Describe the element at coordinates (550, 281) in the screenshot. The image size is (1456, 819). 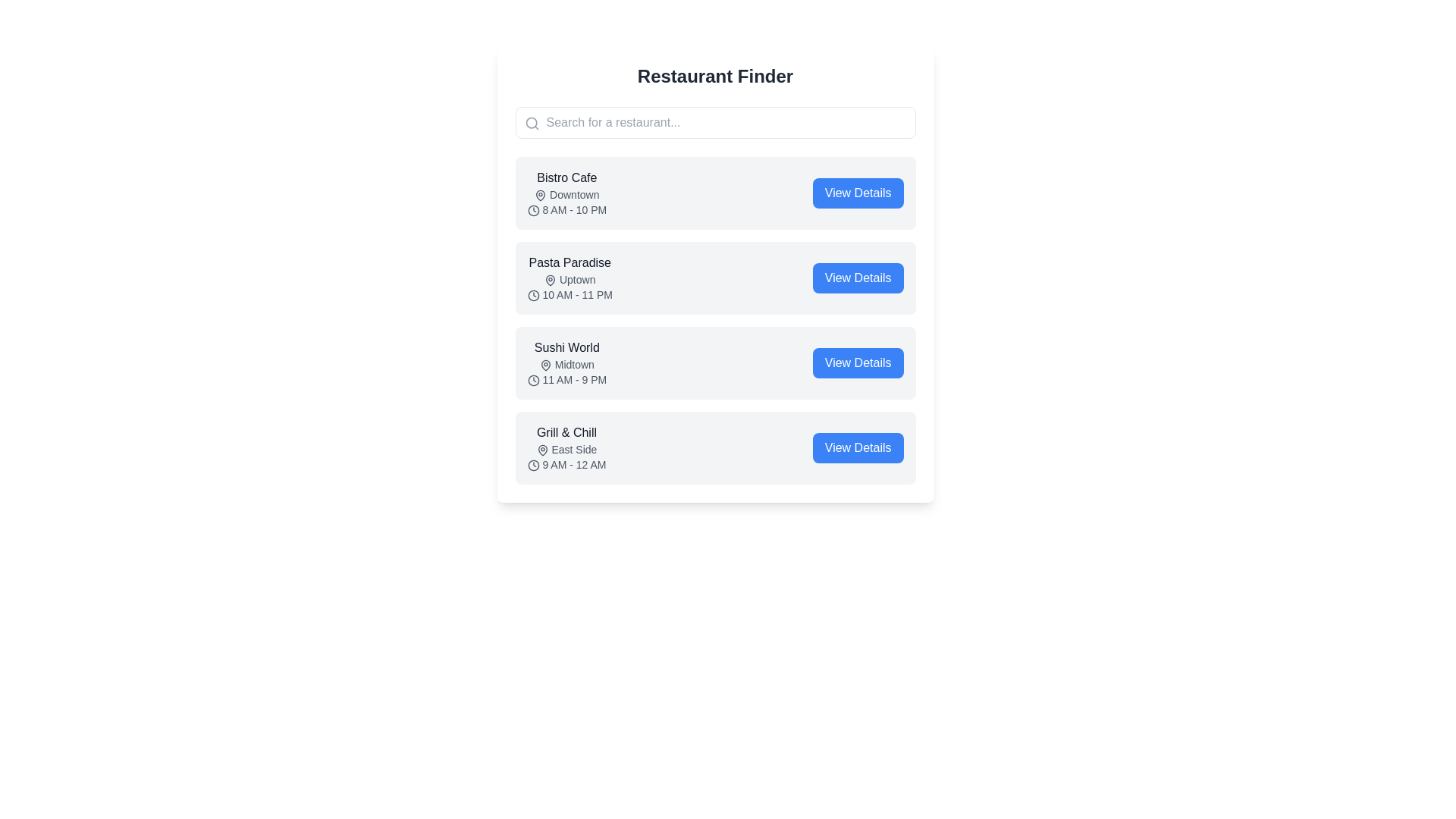
I see `the map pin icon associated with the 'Pasta Paradise' listing, which indicates the location for 'Uptown'` at that location.